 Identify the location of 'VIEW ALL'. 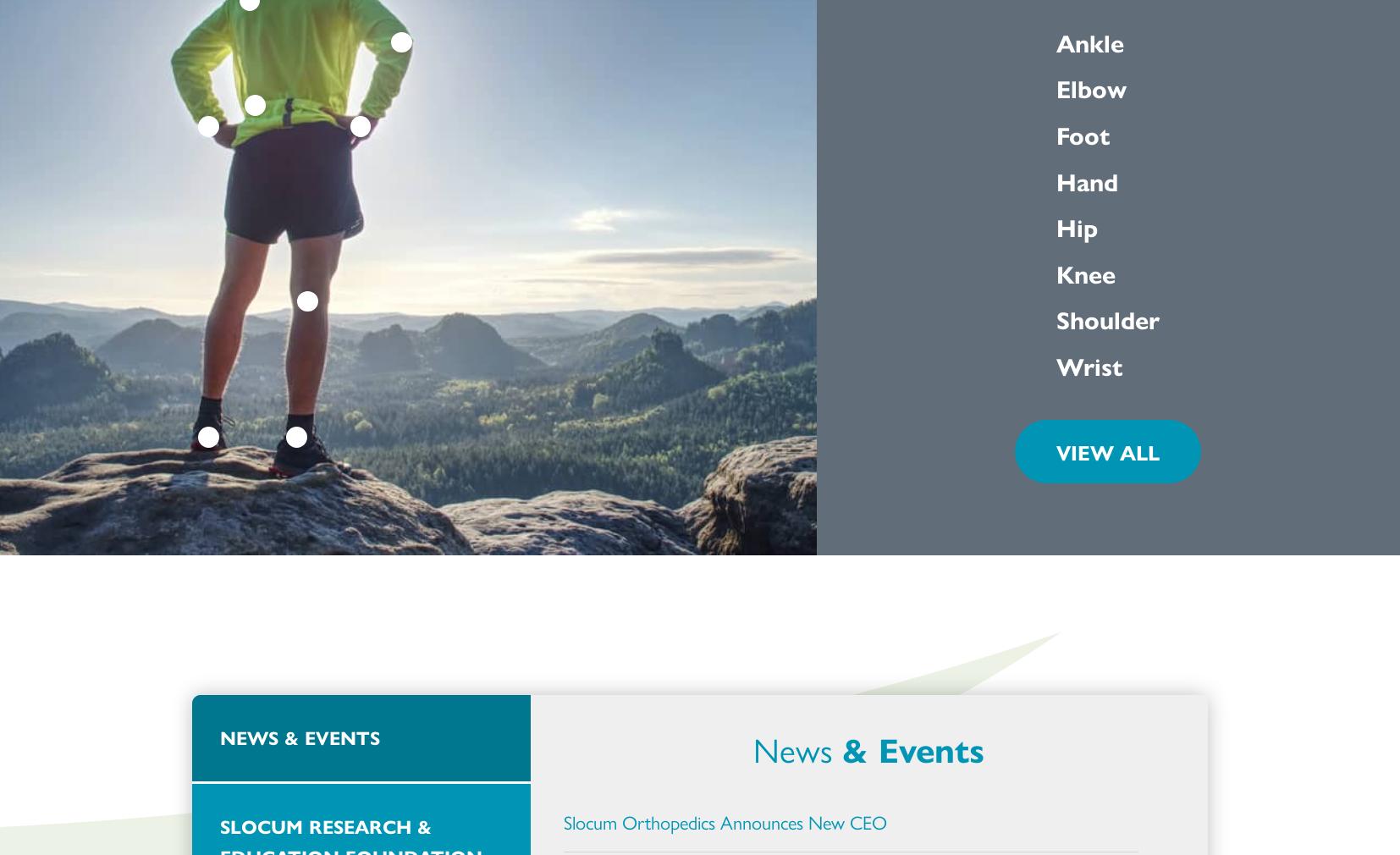
(1056, 450).